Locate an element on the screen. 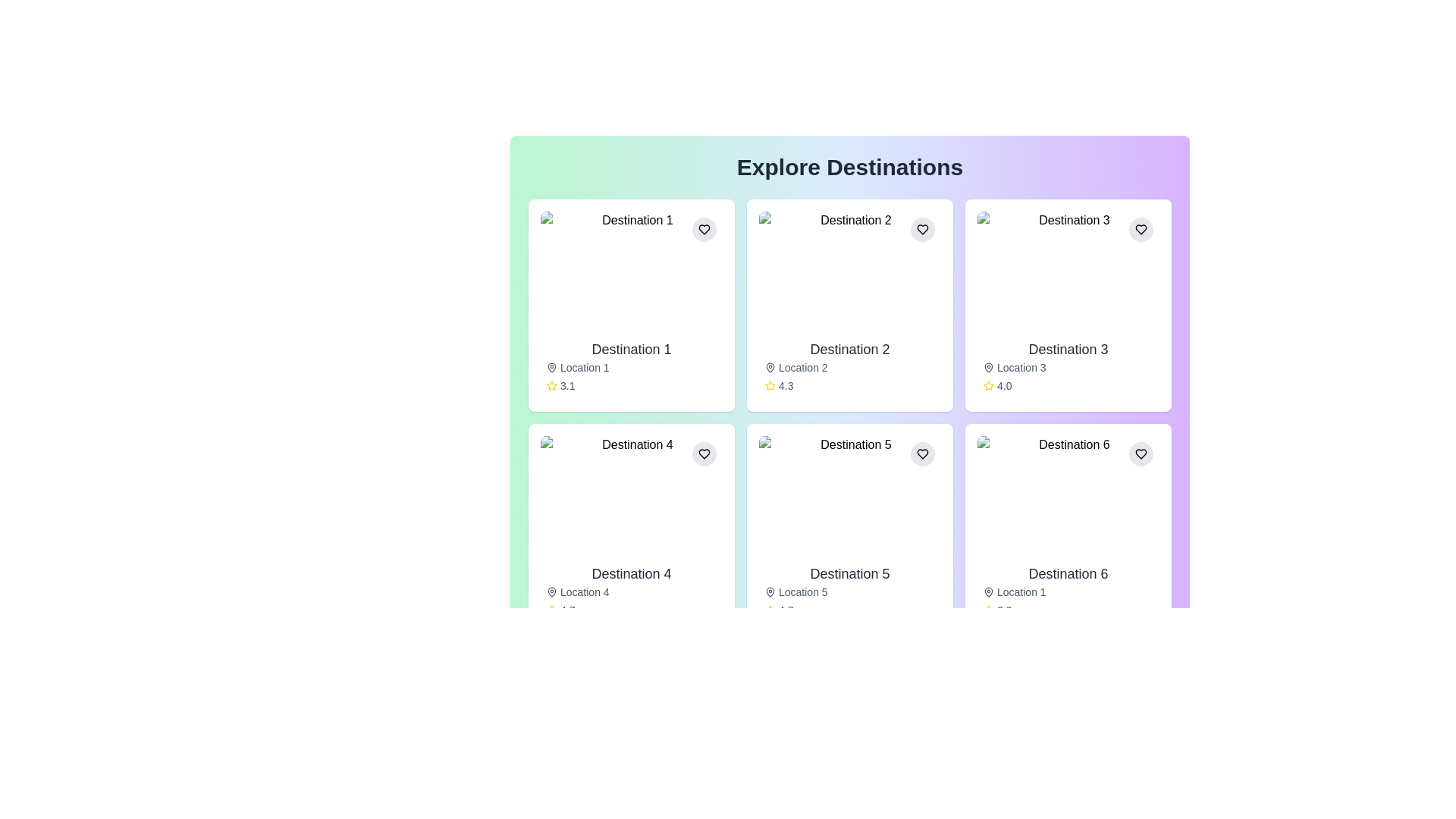  the rating icon located in the bottom section of the 'Destination 2' card is located at coordinates (770, 385).